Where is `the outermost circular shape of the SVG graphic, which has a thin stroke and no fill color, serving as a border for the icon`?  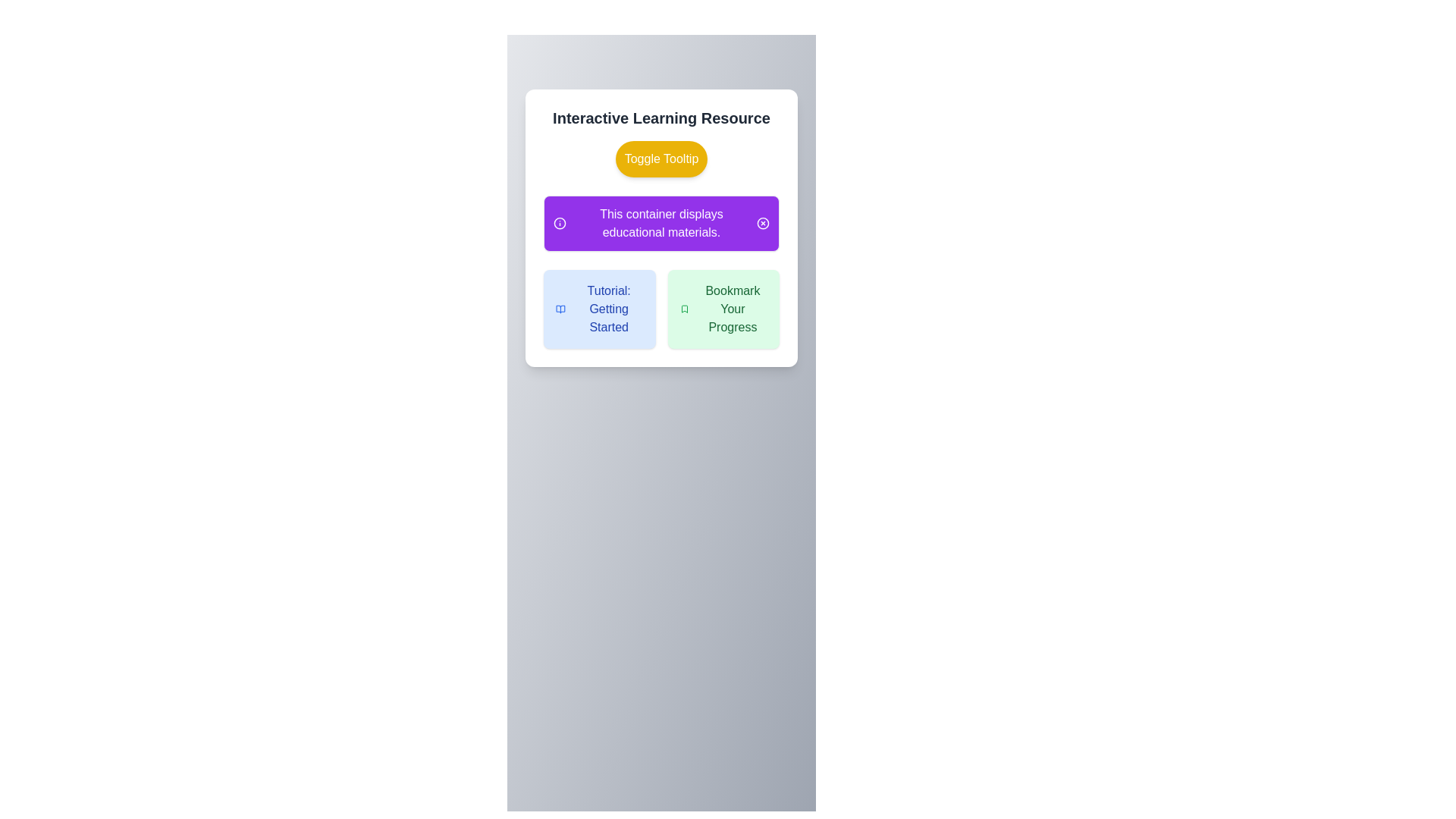 the outermost circular shape of the SVG graphic, which has a thin stroke and no fill color, serving as a border for the icon is located at coordinates (559, 223).